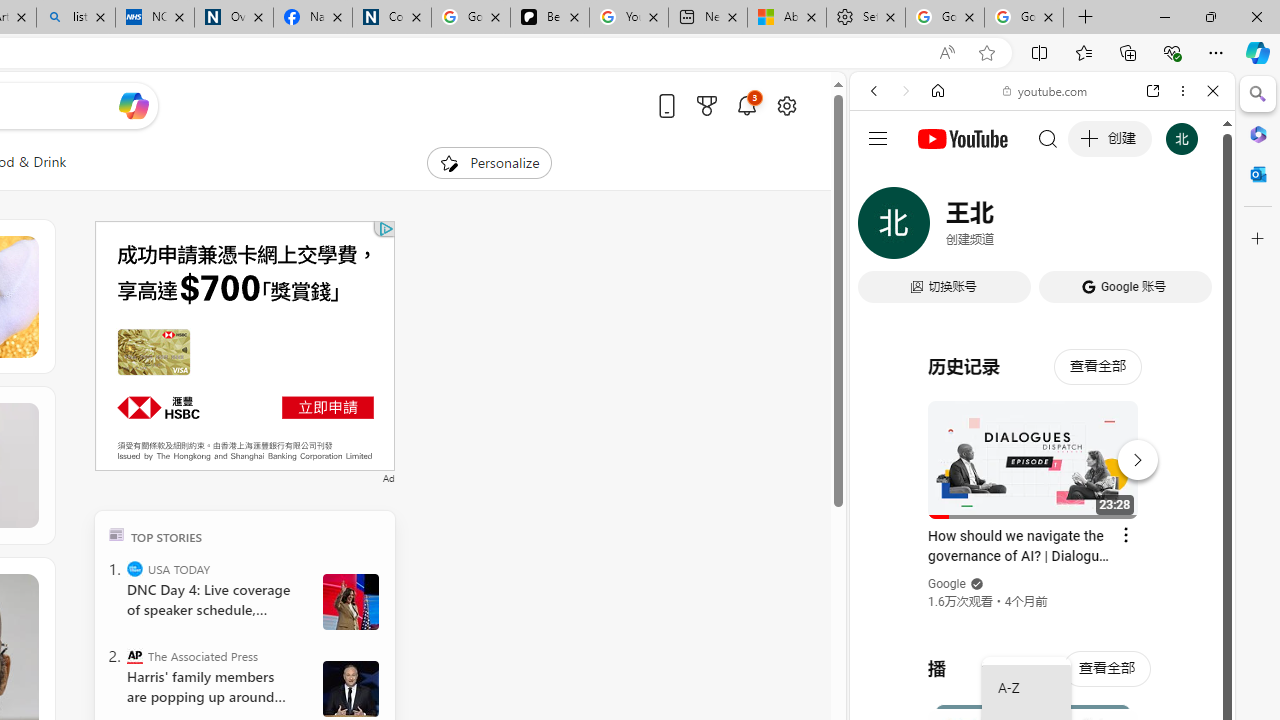  What do you see at coordinates (134, 568) in the screenshot?
I see `'USA TODAY'` at bounding box center [134, 568].